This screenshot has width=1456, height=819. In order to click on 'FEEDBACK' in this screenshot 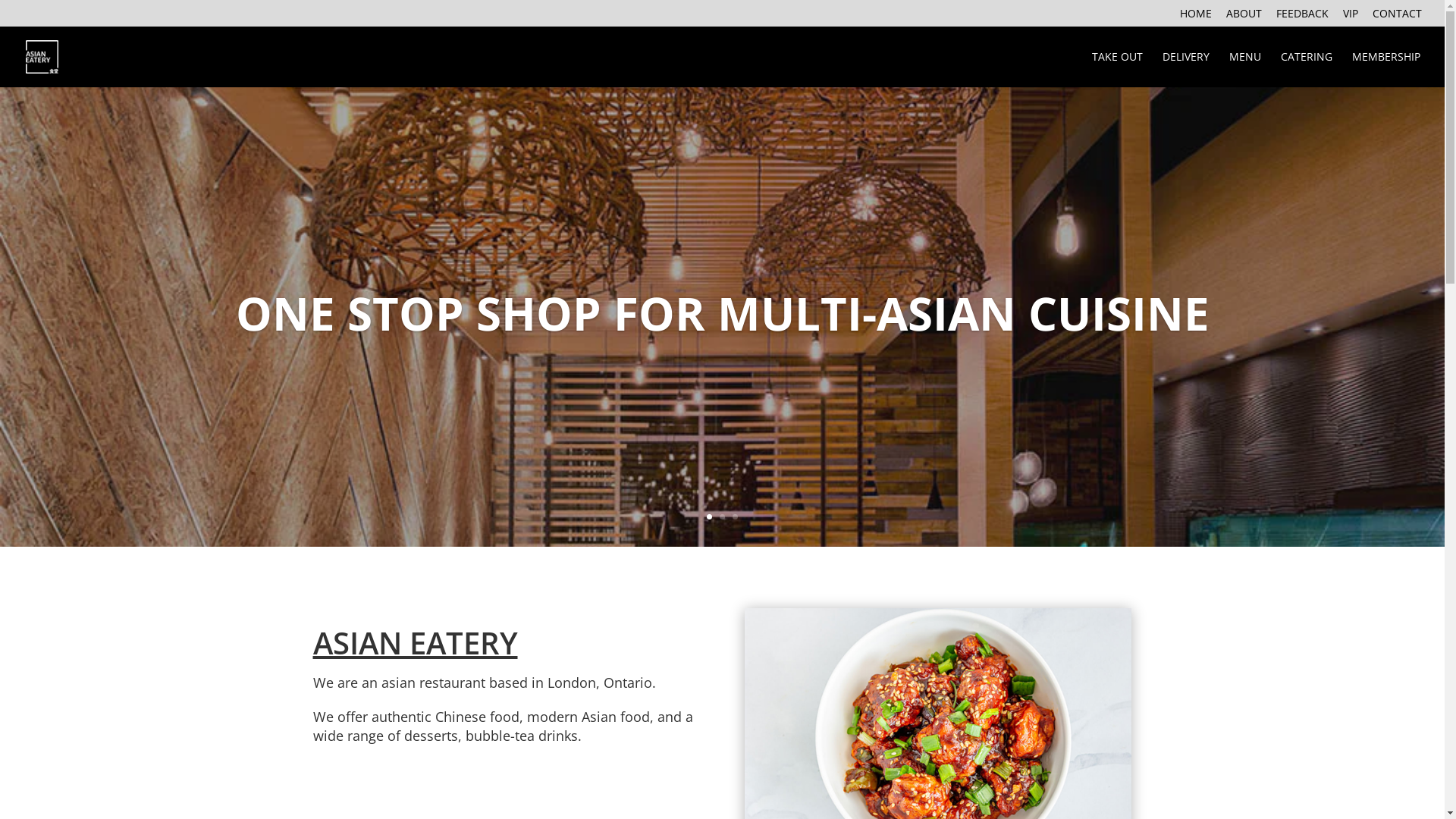, I will do `click(1301, 17)`.